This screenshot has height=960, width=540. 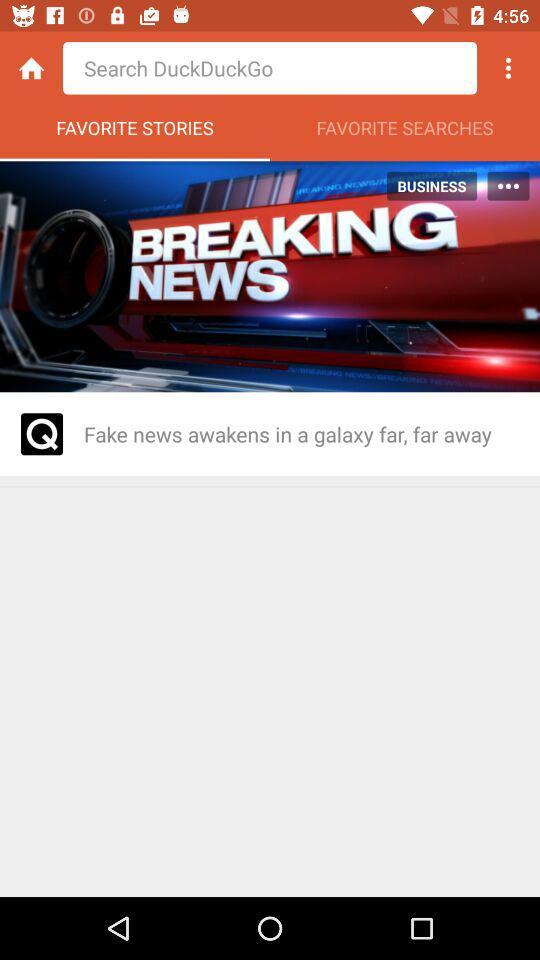 What do you see at coordinates (508, 68) in the screenshot?
I see `open browsing options` at bounding box center [508, 68].